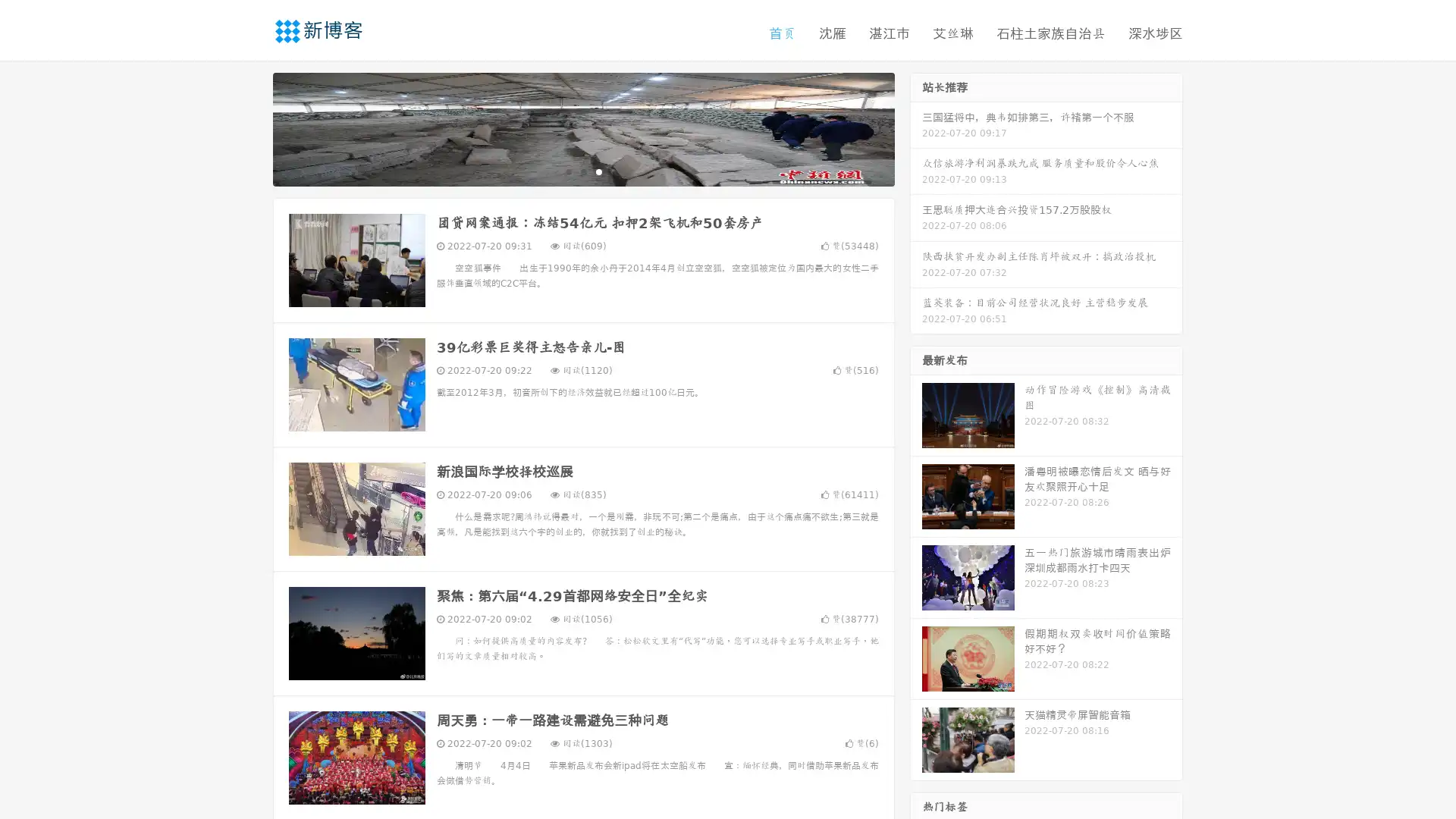 The width and height of the screenshot is (1456, 819). I want to click on Previous slide, so click(250, 127).